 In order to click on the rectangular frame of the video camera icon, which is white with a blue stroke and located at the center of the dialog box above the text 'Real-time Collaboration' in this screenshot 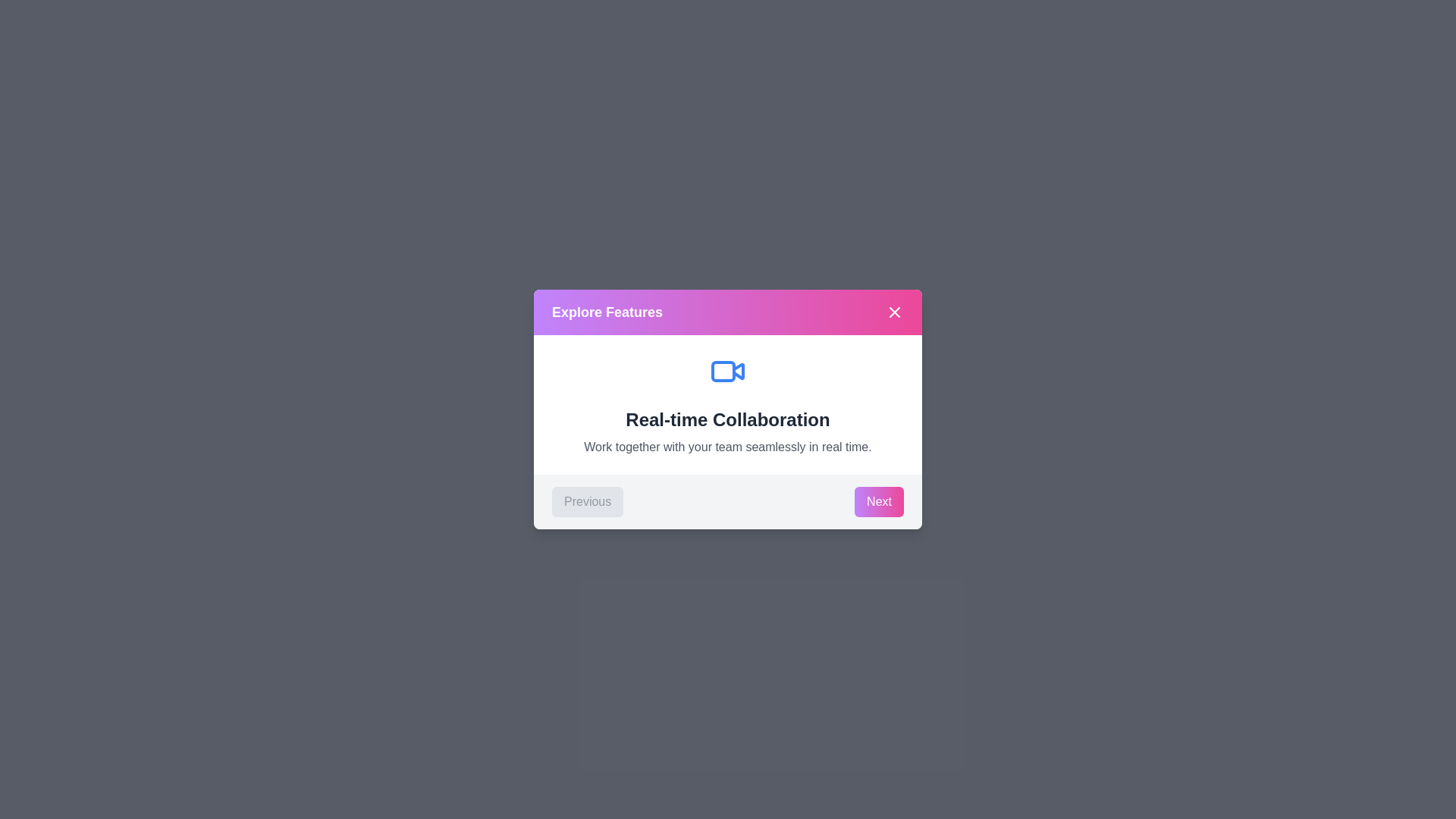, I will do `click(723, 371)`.